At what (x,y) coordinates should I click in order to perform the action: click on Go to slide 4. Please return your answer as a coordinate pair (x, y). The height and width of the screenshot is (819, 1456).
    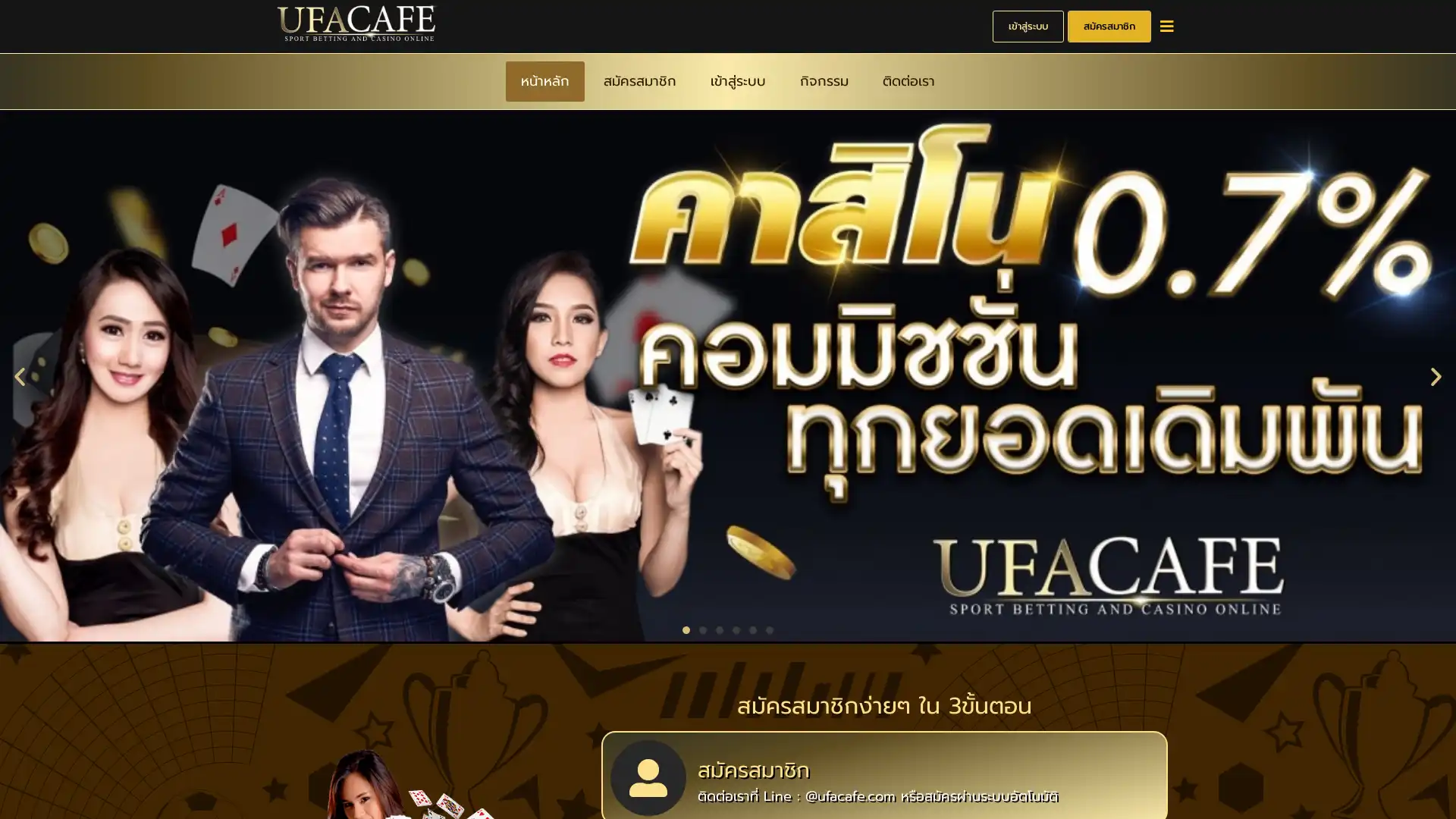
    Looking at the image, I should click on (736, 628).